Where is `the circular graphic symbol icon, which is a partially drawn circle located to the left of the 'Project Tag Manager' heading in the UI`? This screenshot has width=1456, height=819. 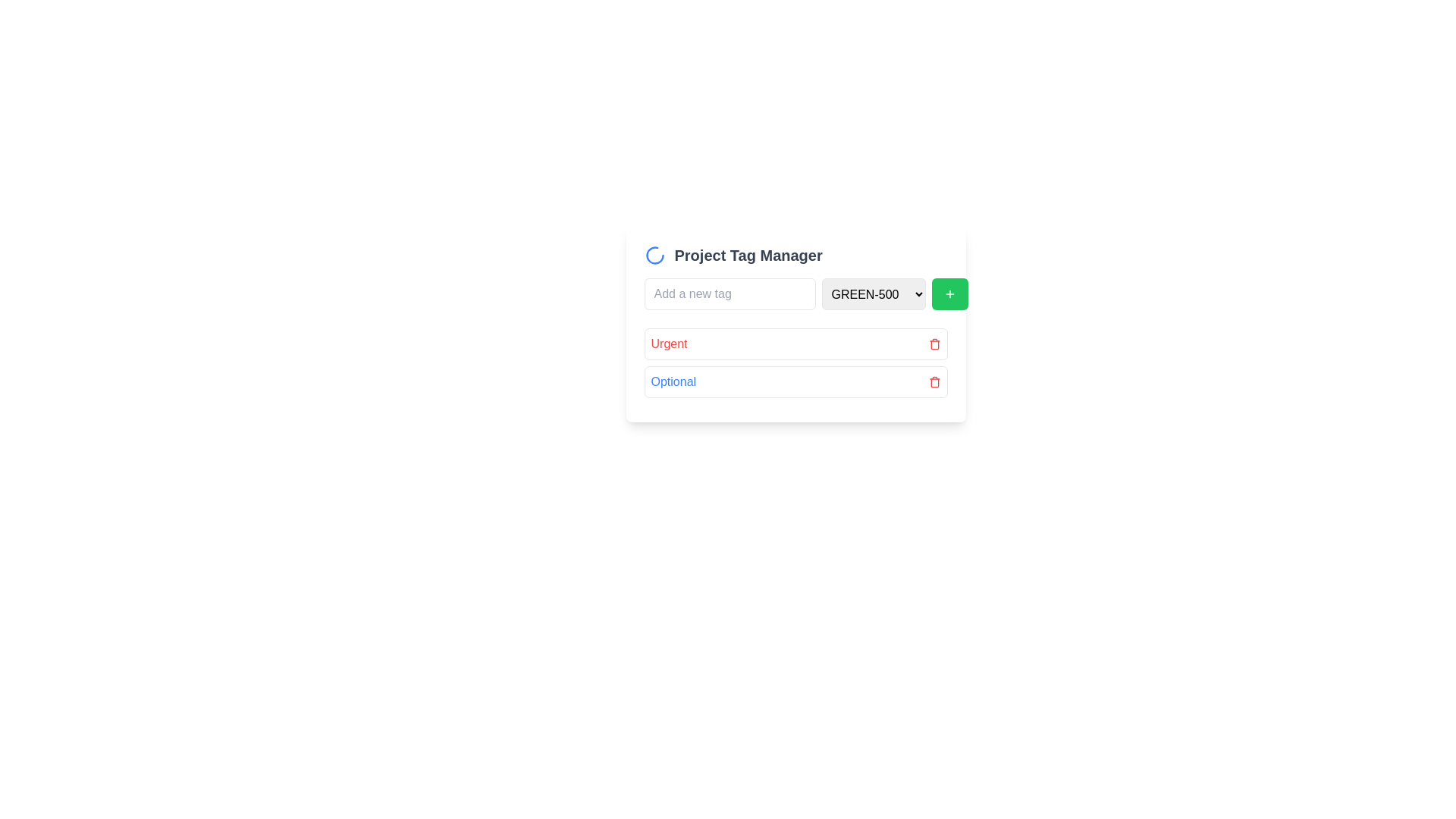
the circular graphic symbol icon, which is a partially drawn circle located to the left of the 'Project Tag Manager' heading in the UI is located at coordinates (654, 254).